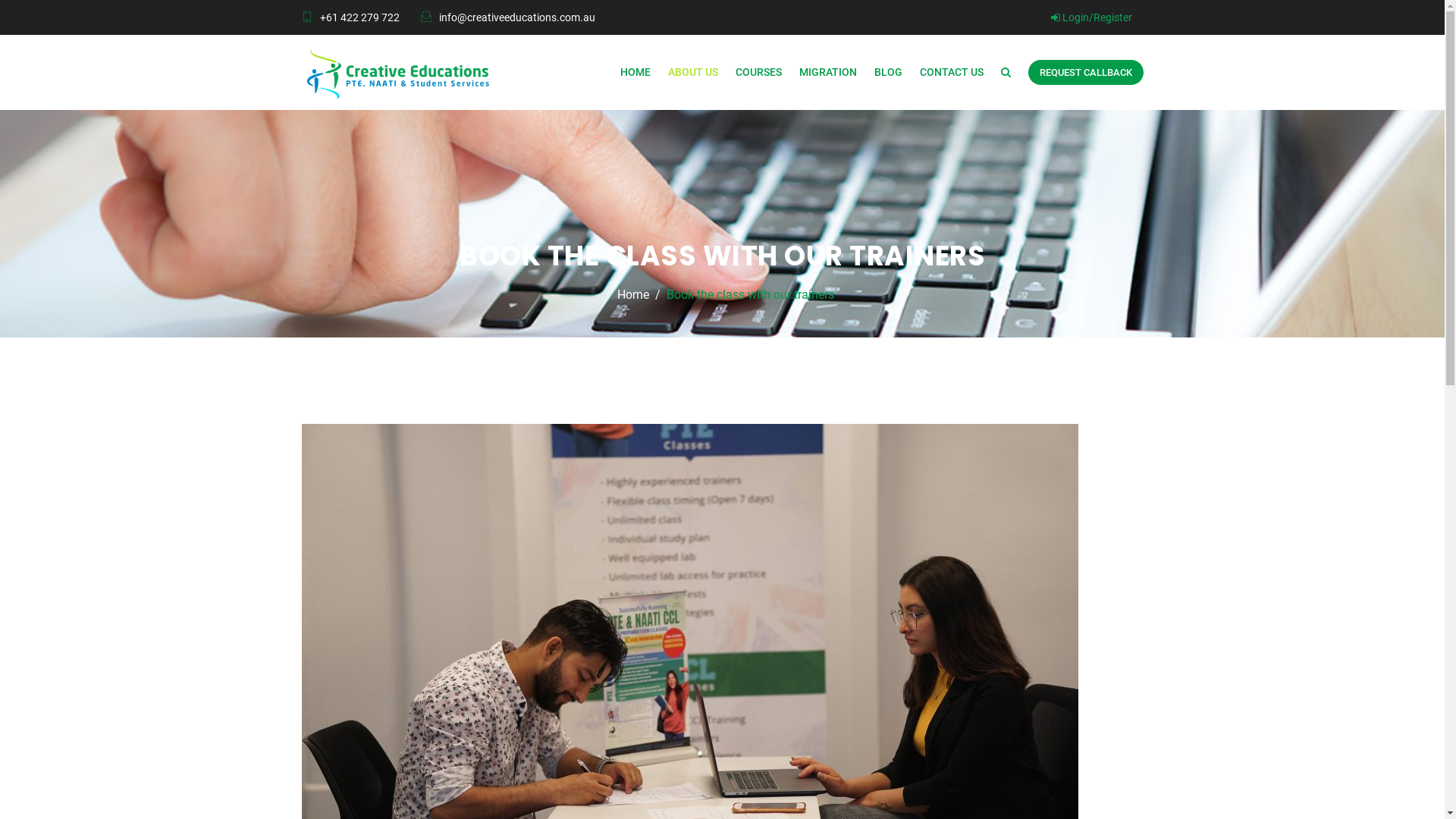 Image resolution: width=1456 pixels, height=819 pixels. I want to click on 'Home', so click(633, 295).